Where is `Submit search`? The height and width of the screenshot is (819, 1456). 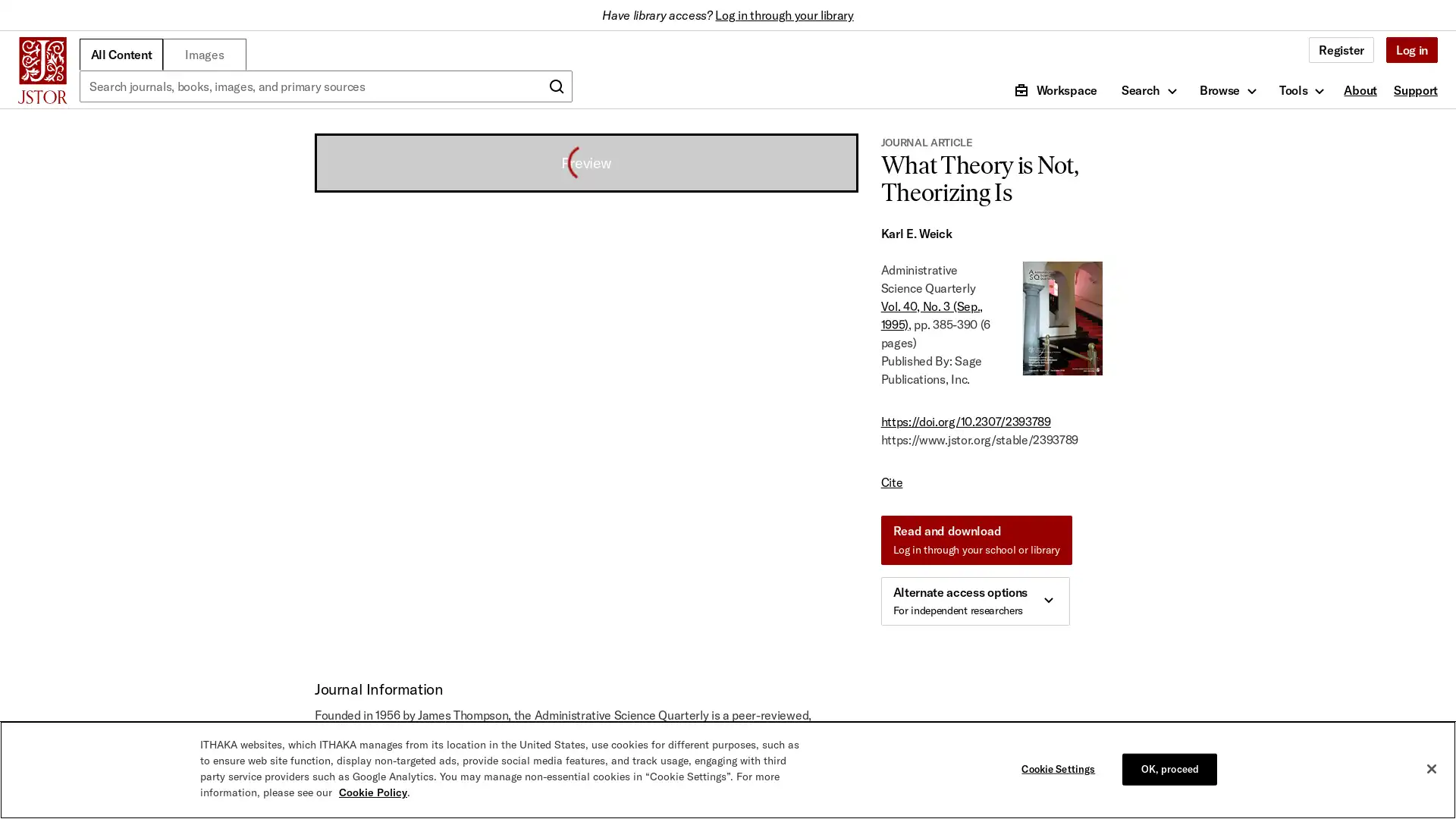
Submit search is located at coordinates (556, 86).